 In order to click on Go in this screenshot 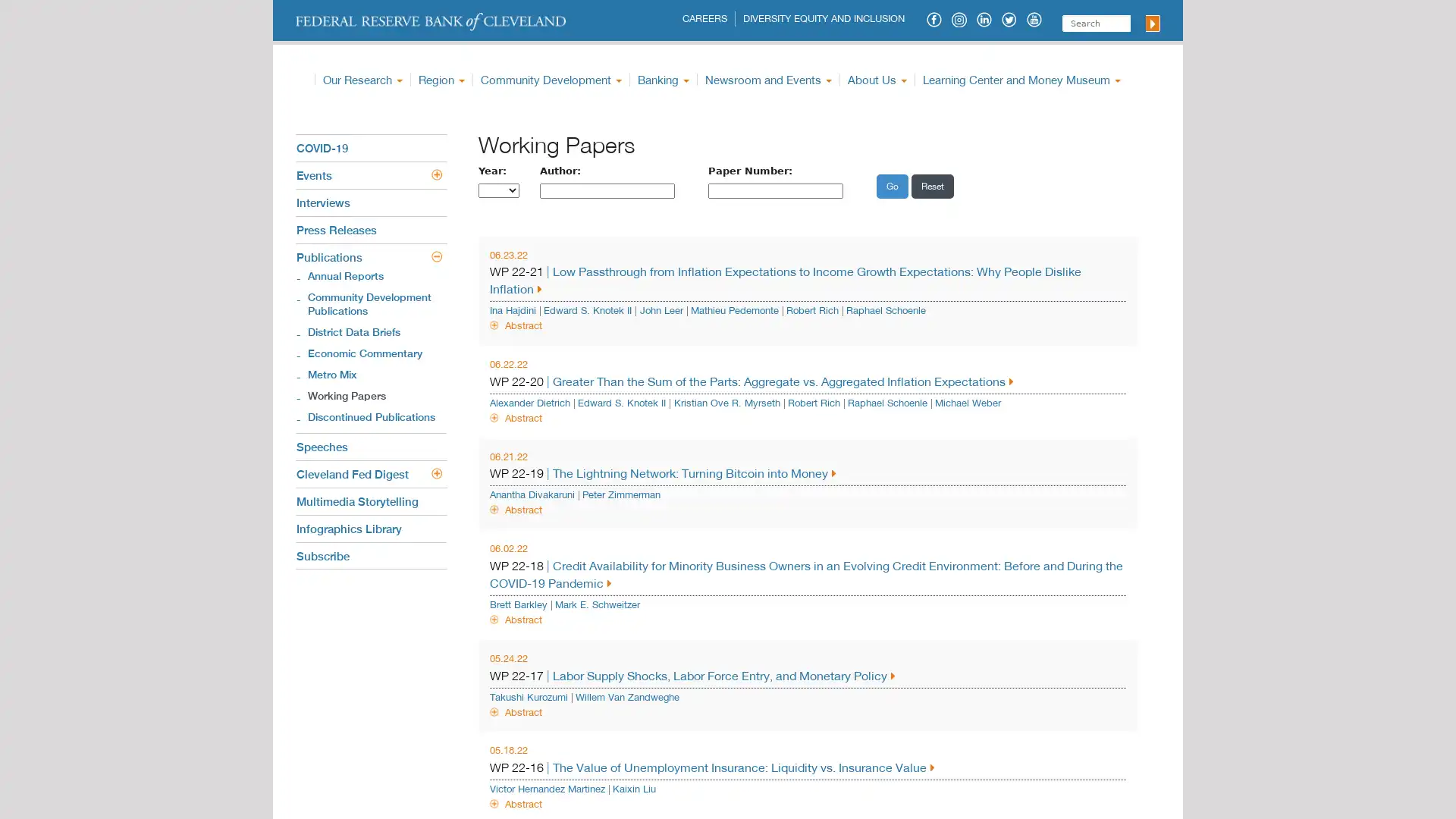, I will do `click(892, 185)`.